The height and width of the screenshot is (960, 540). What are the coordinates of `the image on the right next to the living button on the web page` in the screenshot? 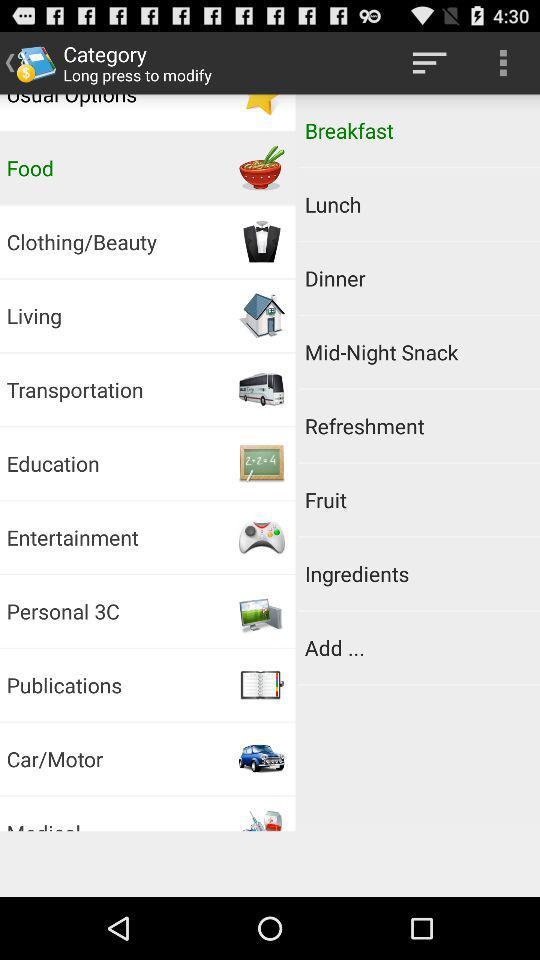 It's located at (262, 316).